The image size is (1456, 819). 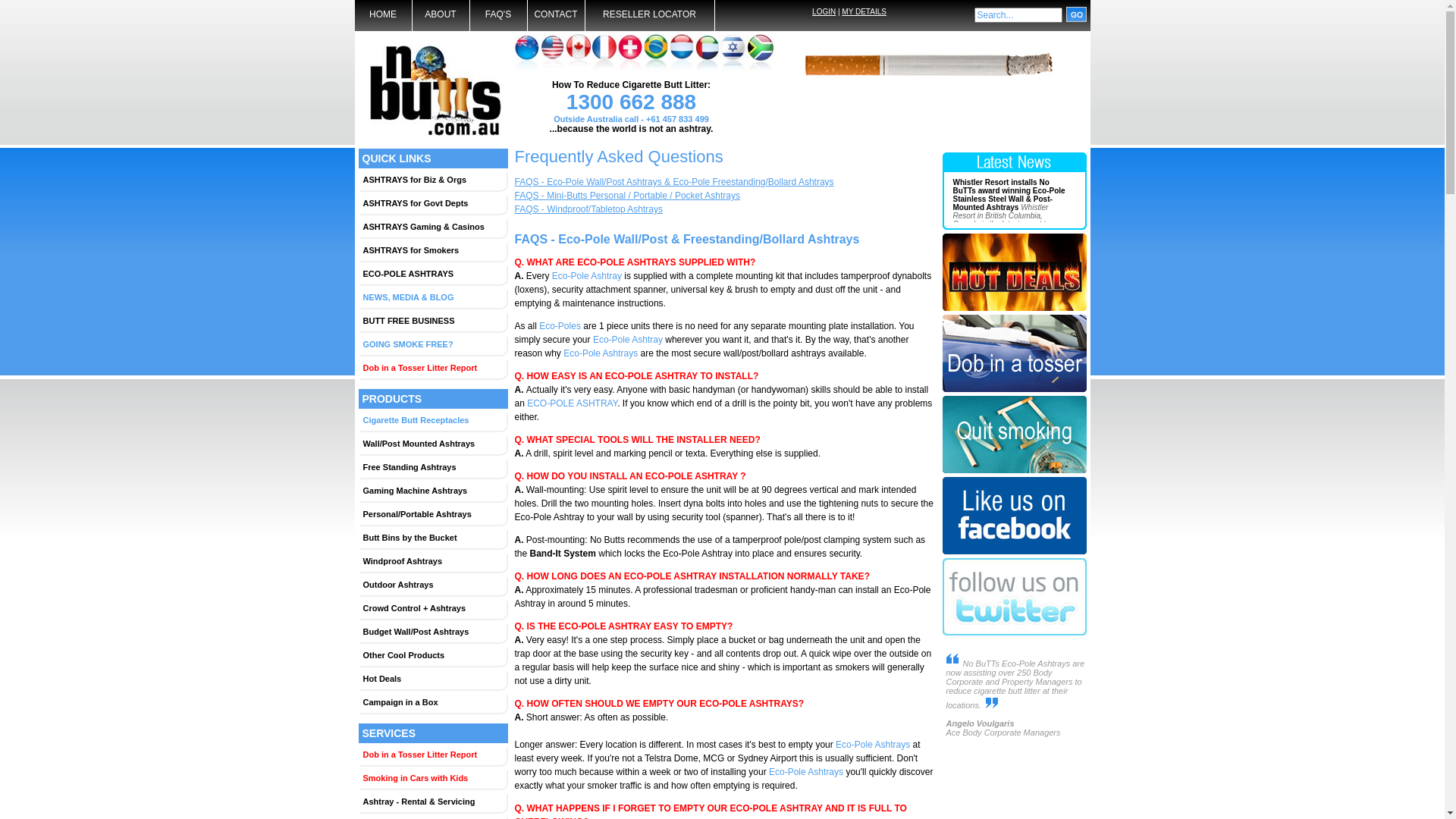 I want to click on 'Smoking in Cars with Kids', so click(x=432, y=778).